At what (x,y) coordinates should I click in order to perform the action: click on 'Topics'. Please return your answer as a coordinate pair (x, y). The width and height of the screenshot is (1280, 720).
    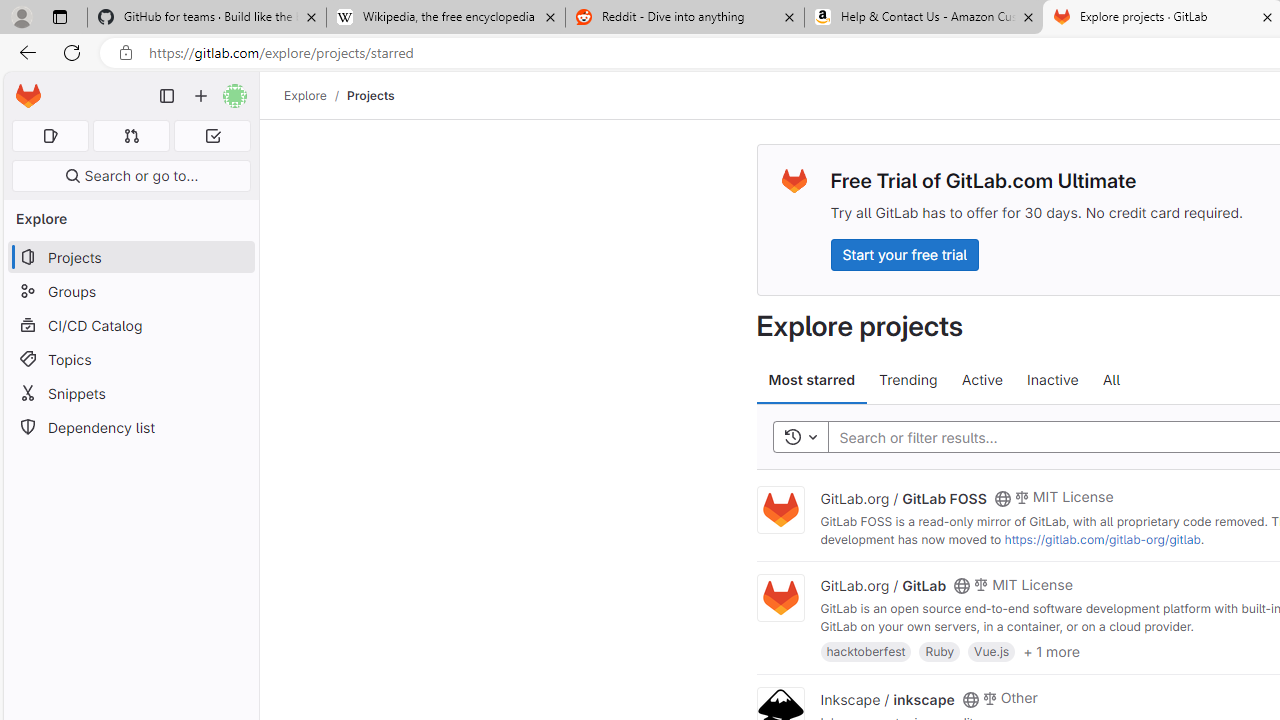
    Looking at the image, I should click on (130, 358).